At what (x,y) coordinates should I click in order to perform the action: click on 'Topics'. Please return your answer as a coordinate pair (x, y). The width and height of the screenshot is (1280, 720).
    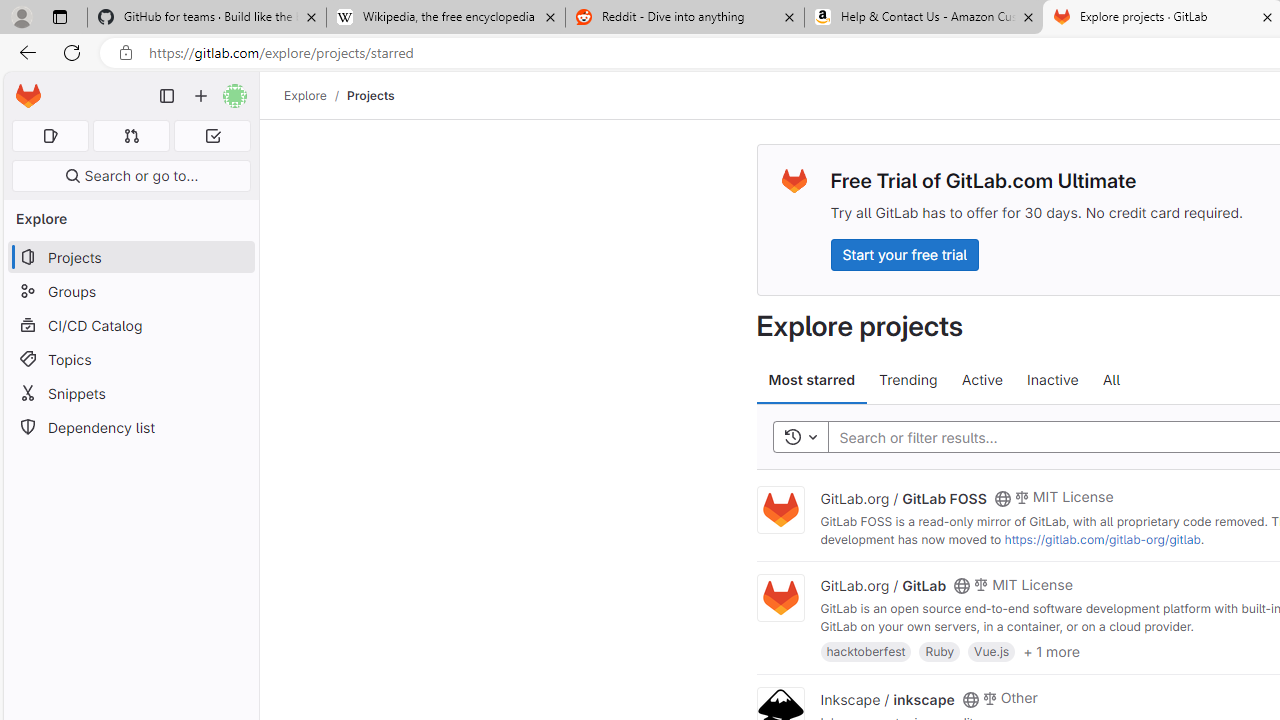
    Looking at the image, I should click on (130, 358).